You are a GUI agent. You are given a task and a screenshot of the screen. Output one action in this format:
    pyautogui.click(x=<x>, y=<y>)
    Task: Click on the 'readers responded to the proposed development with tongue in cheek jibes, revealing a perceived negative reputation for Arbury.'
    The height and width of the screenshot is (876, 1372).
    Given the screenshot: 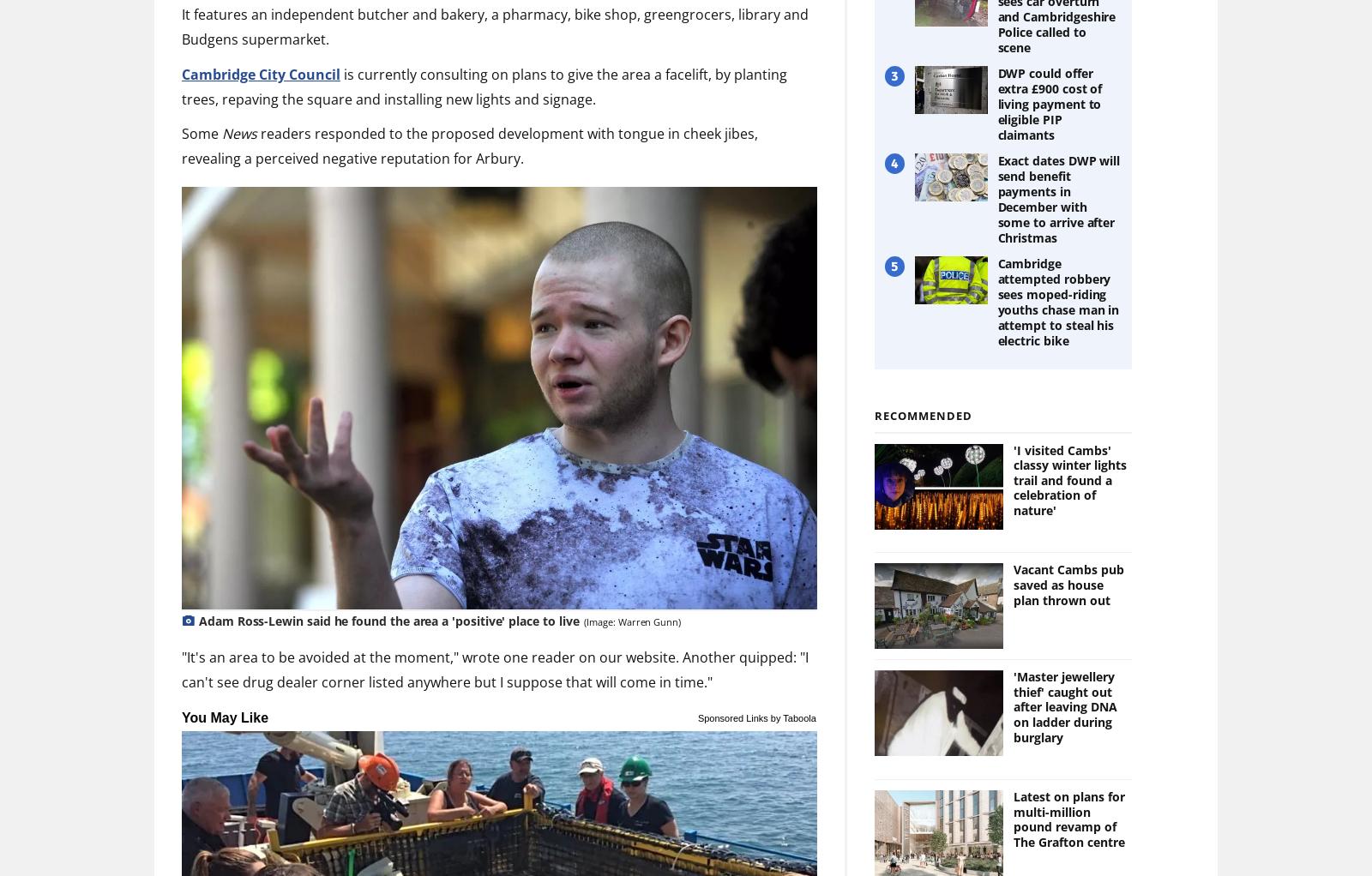 What is the action you would take?
    pyautogui.click(x=469, y=145)
    